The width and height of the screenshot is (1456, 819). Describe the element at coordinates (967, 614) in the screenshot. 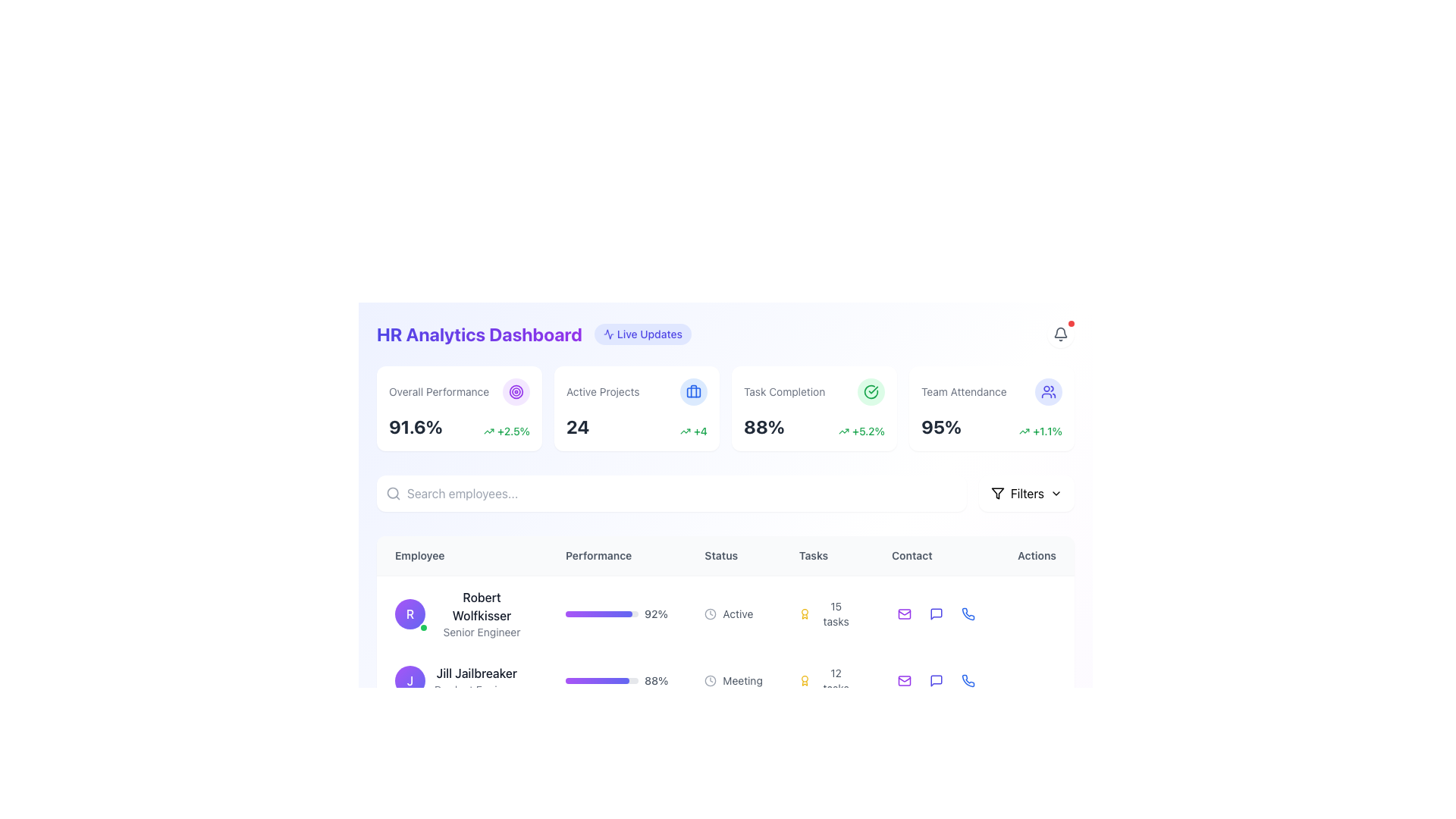

I see `the blue phone icon associated with 'Jill Jailbreaker' in the 'Actions' group` at that location.